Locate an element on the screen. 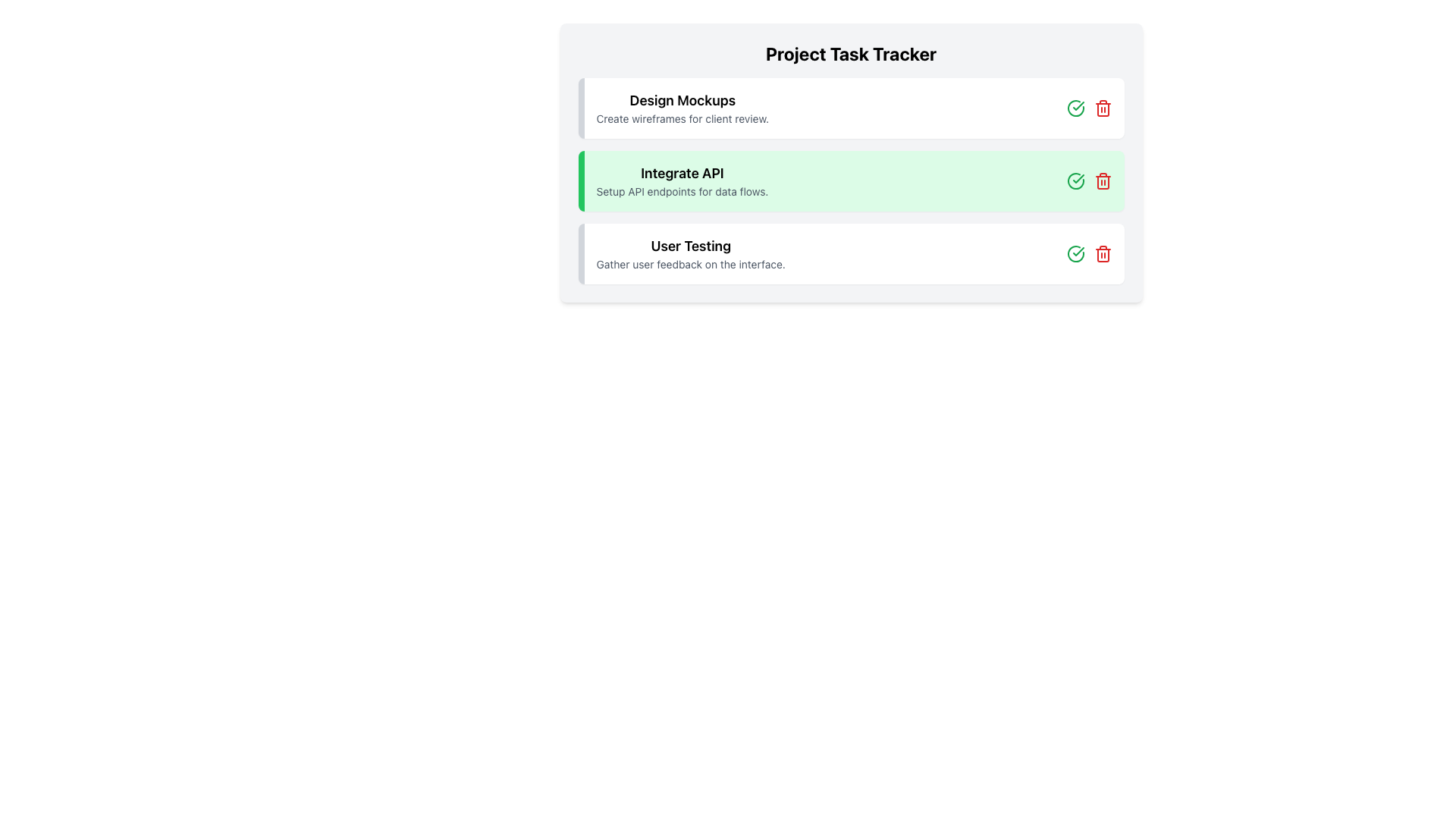 This screenshot has width=1456, height=819. the delete icon button located at the far-right of the 'Integrate API' row in the 'Project Task Tracker' interface is located at coordinates (1103, 180).